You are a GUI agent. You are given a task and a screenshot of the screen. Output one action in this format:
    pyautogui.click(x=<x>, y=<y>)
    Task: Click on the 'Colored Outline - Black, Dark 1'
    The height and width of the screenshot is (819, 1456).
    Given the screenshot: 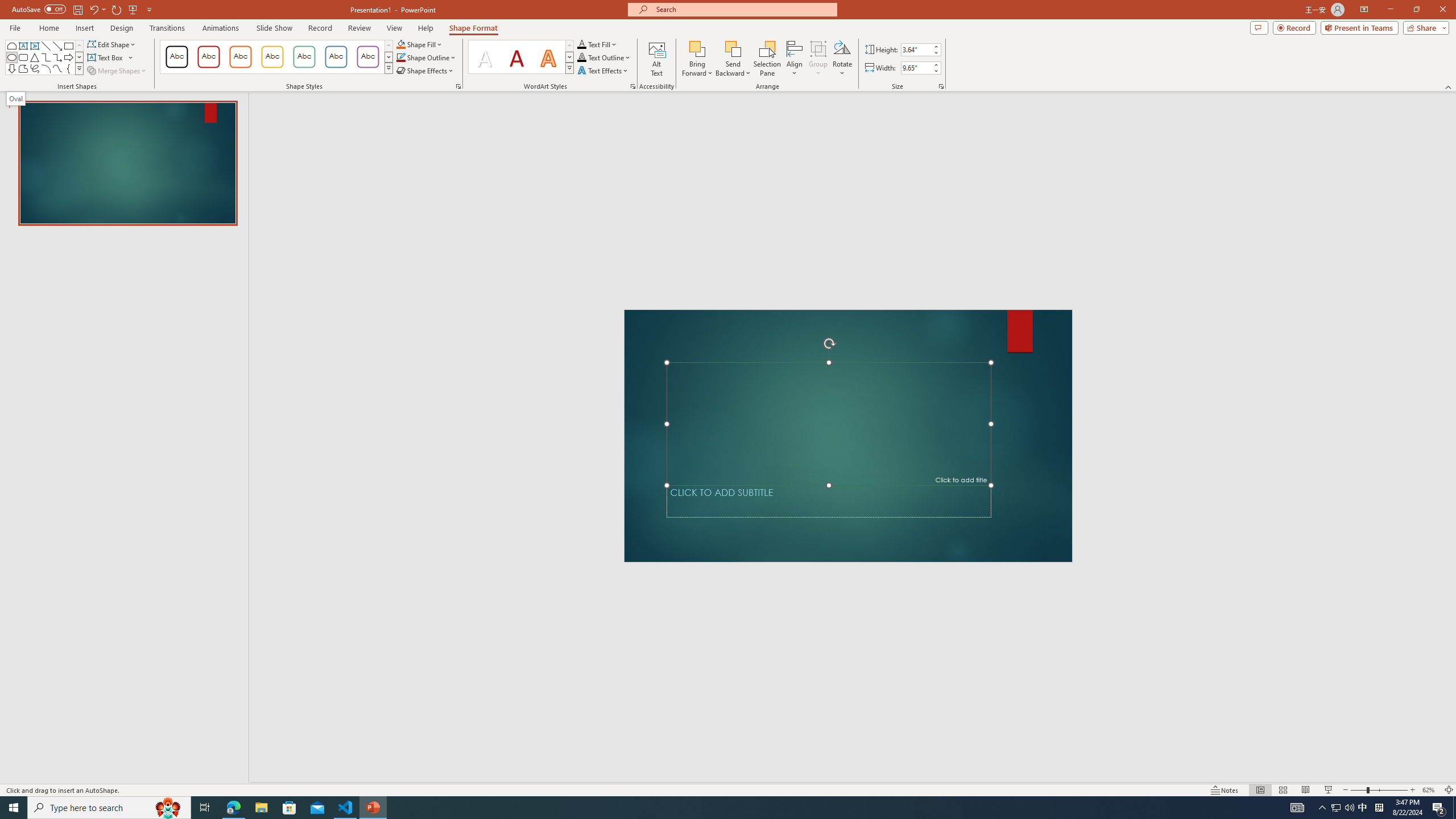 What is the action you would take?
    pyautogui.click(x=176, y=56)
    